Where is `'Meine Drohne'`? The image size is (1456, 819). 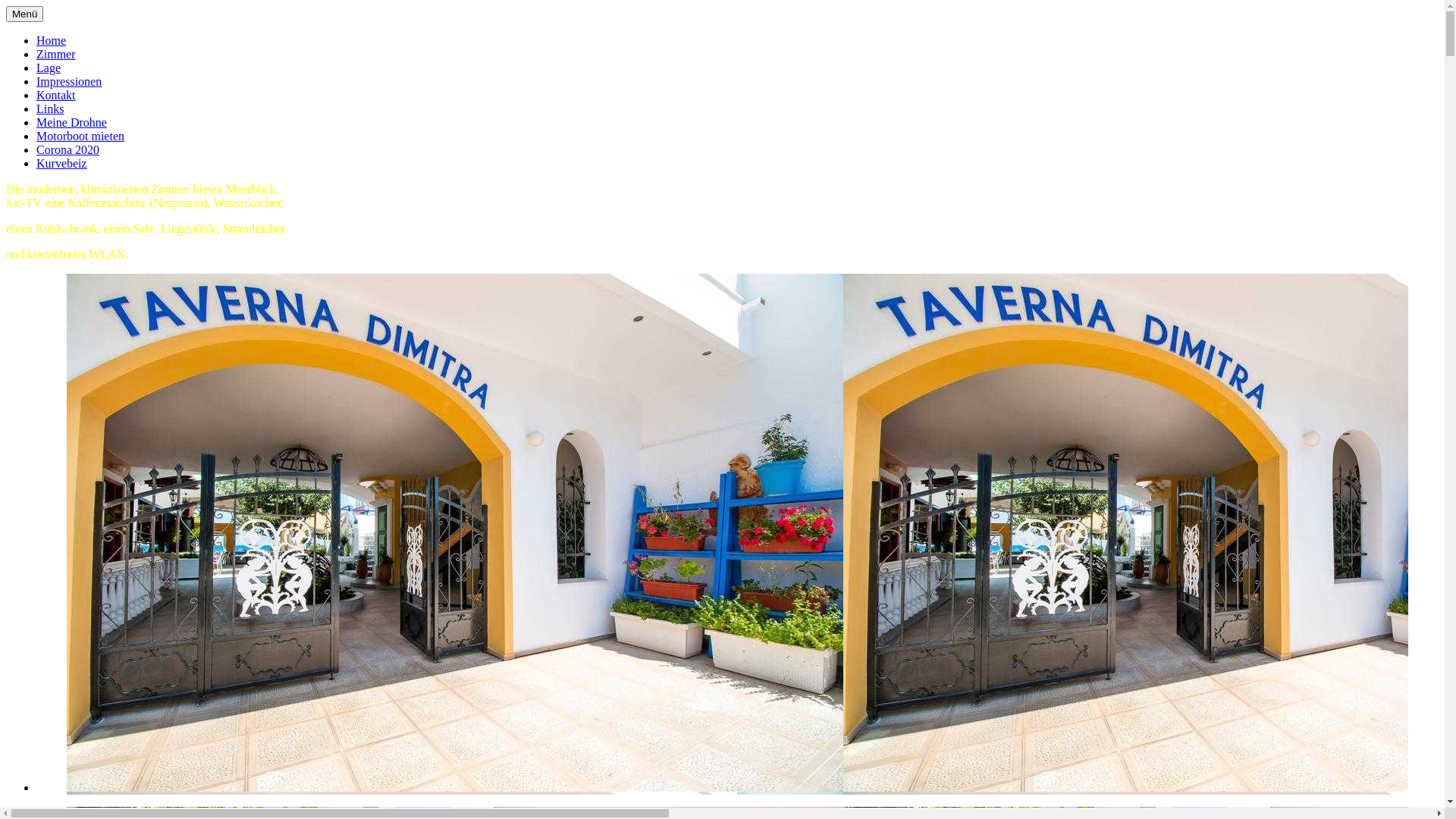
'Meine Drohne' is located at coordinates (71, 121).